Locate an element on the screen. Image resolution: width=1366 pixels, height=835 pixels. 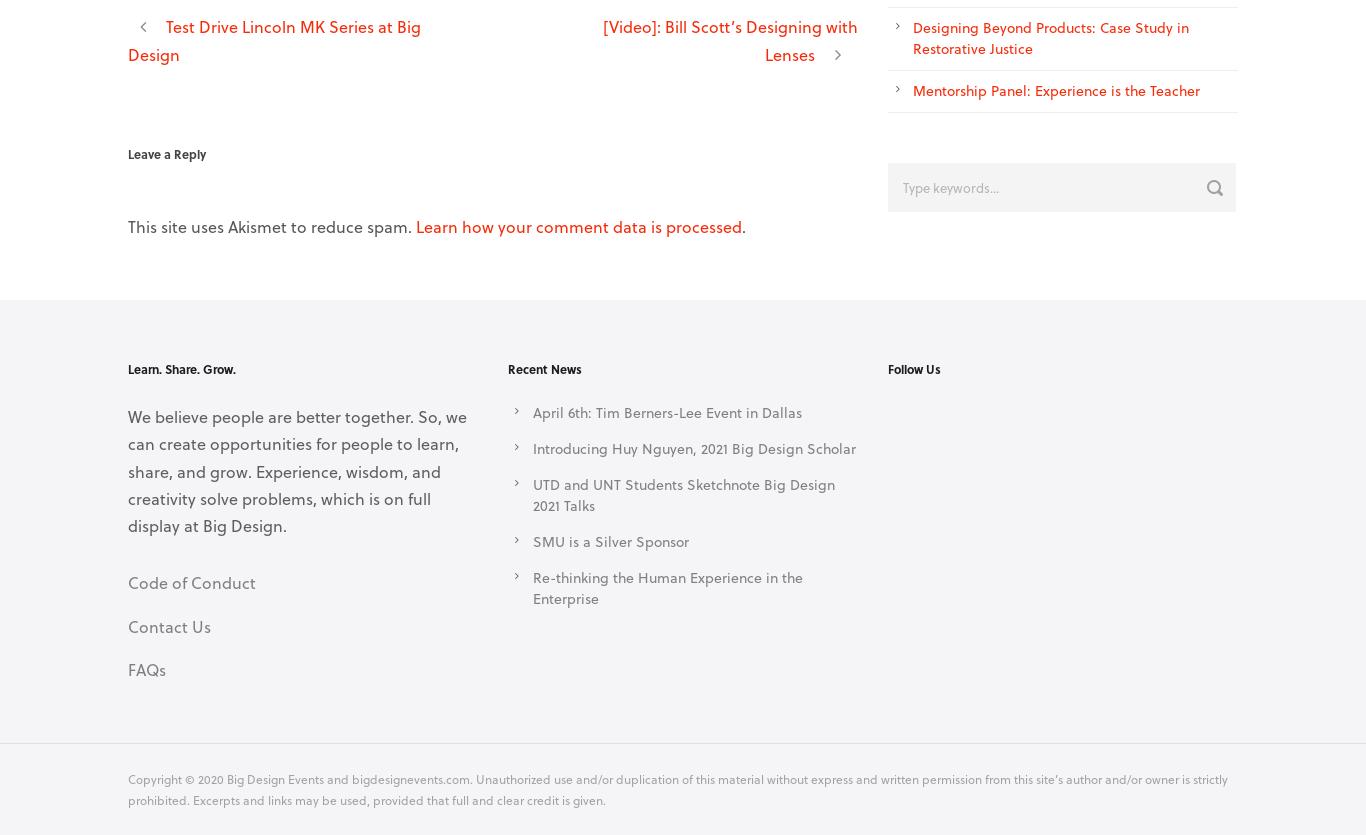
'Code of Conduct' is located at coordinates (191, 582).